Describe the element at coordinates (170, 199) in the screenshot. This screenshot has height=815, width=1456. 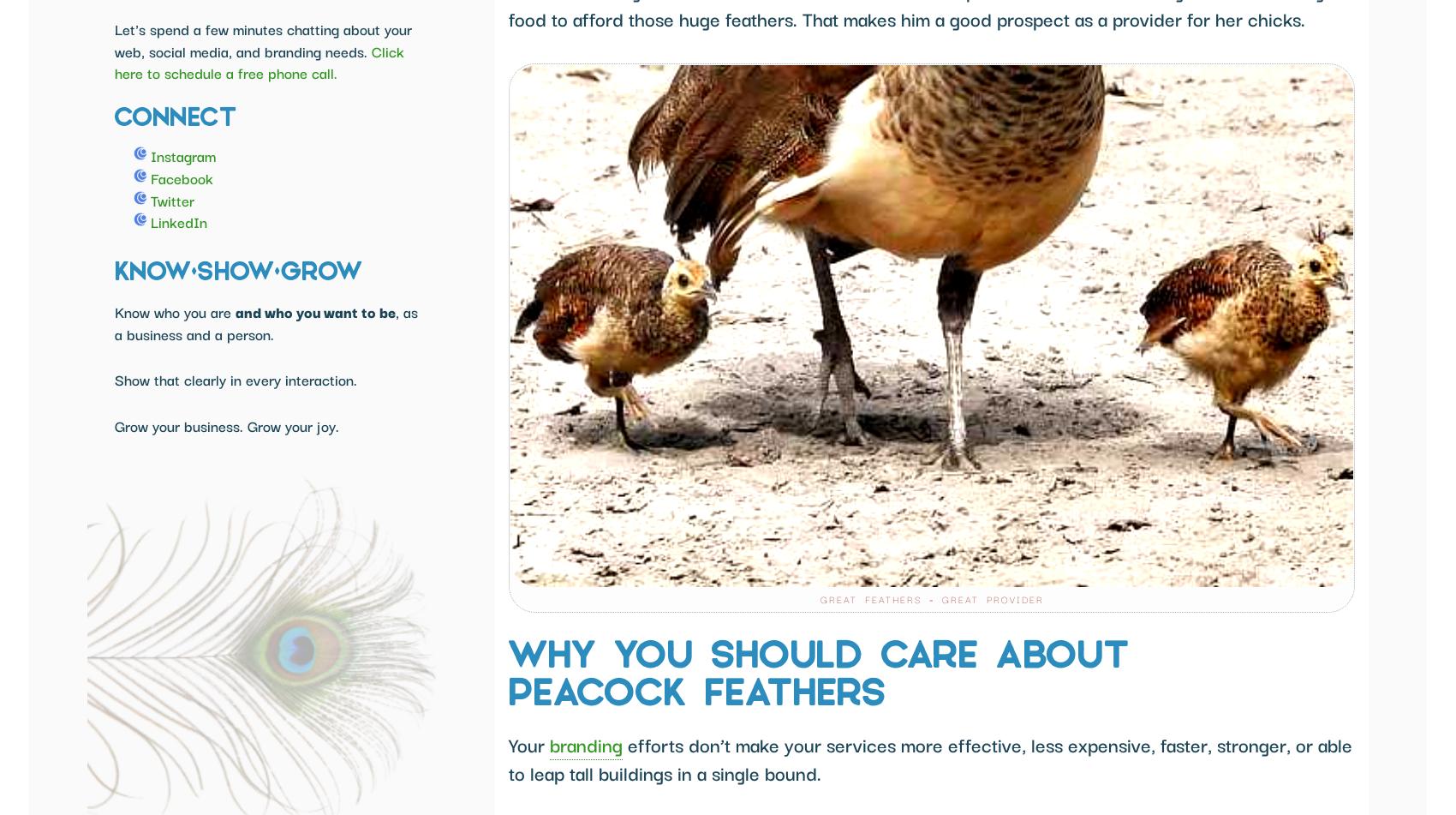
I see `'Twitter'` at that location.